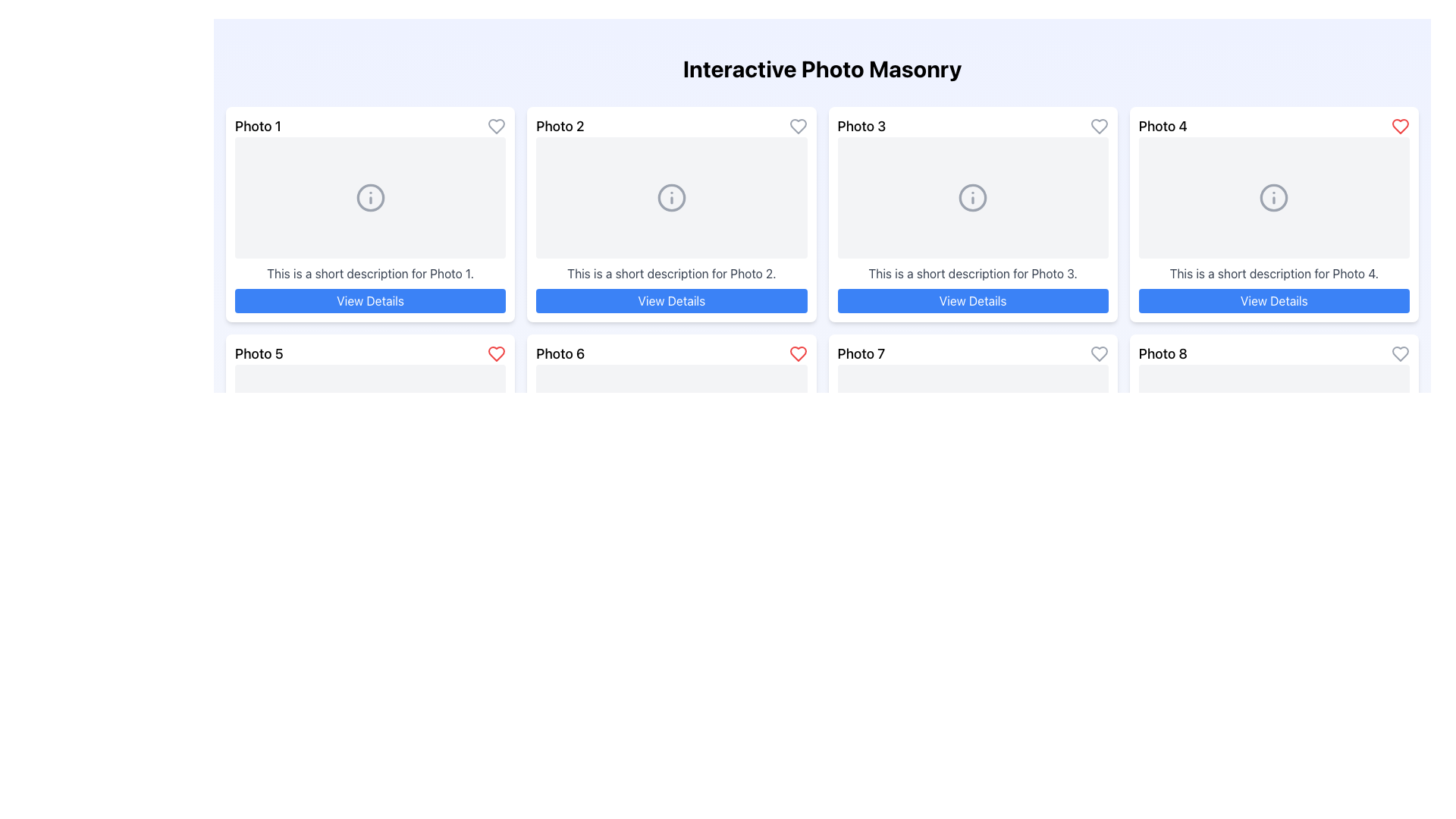  Describe the element at coordinates (370, 197) in the screenshot. I see `the information icon represented by a gray circle with an 'i' in its center, located centrally in the image area of the first photo card titled 'Photo 1'` at that location.